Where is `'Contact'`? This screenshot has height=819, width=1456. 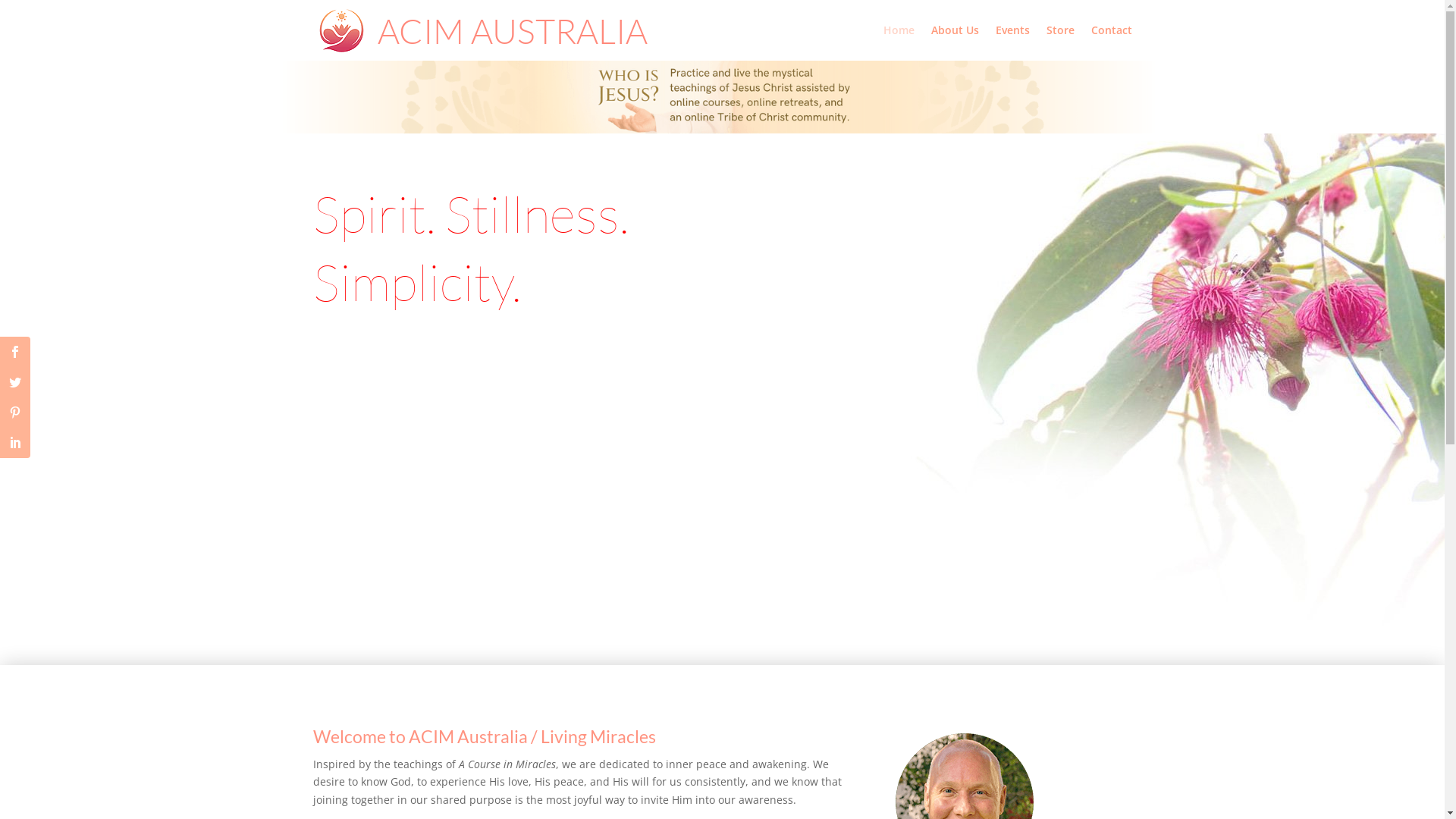
'Contact' is located at coordinates (1090, 42).